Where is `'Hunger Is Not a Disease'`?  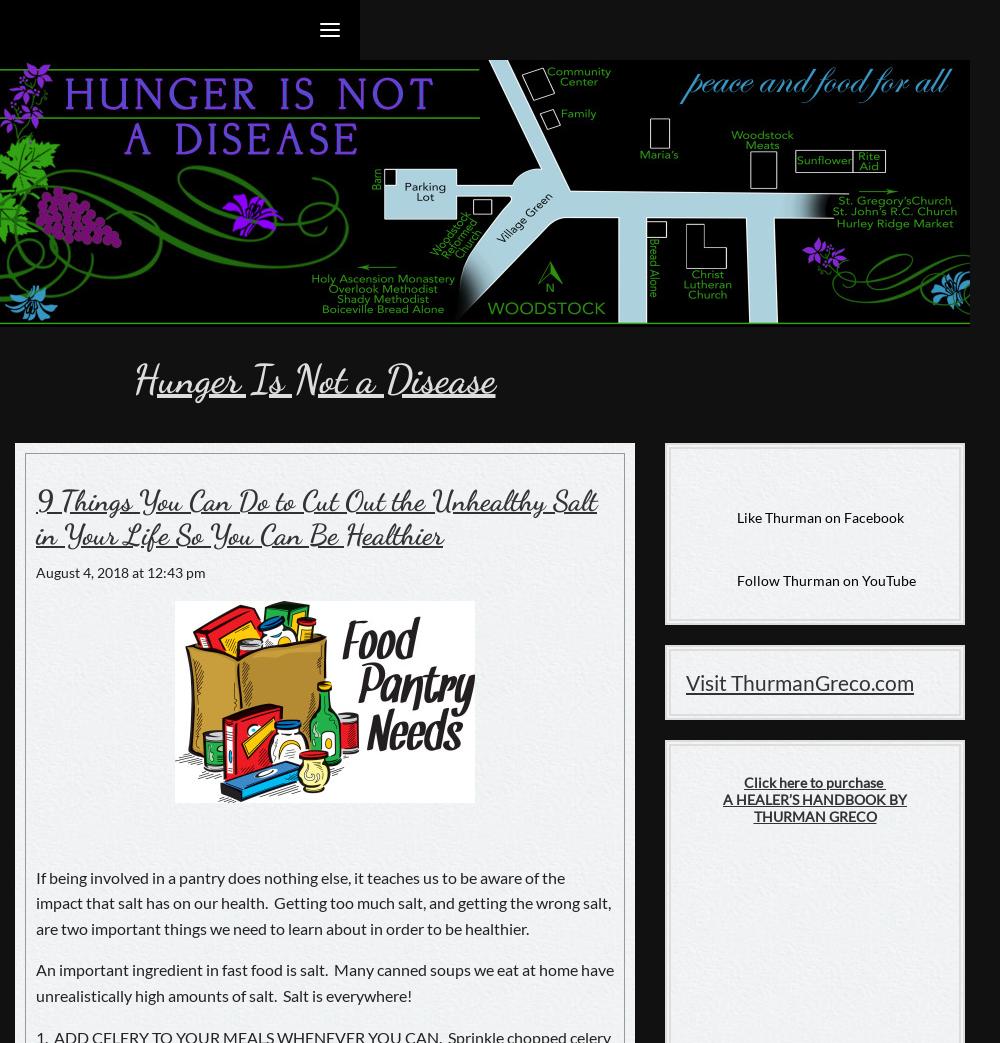 'Hunger Is Not a Disease' is located at coordinates (312, 379).